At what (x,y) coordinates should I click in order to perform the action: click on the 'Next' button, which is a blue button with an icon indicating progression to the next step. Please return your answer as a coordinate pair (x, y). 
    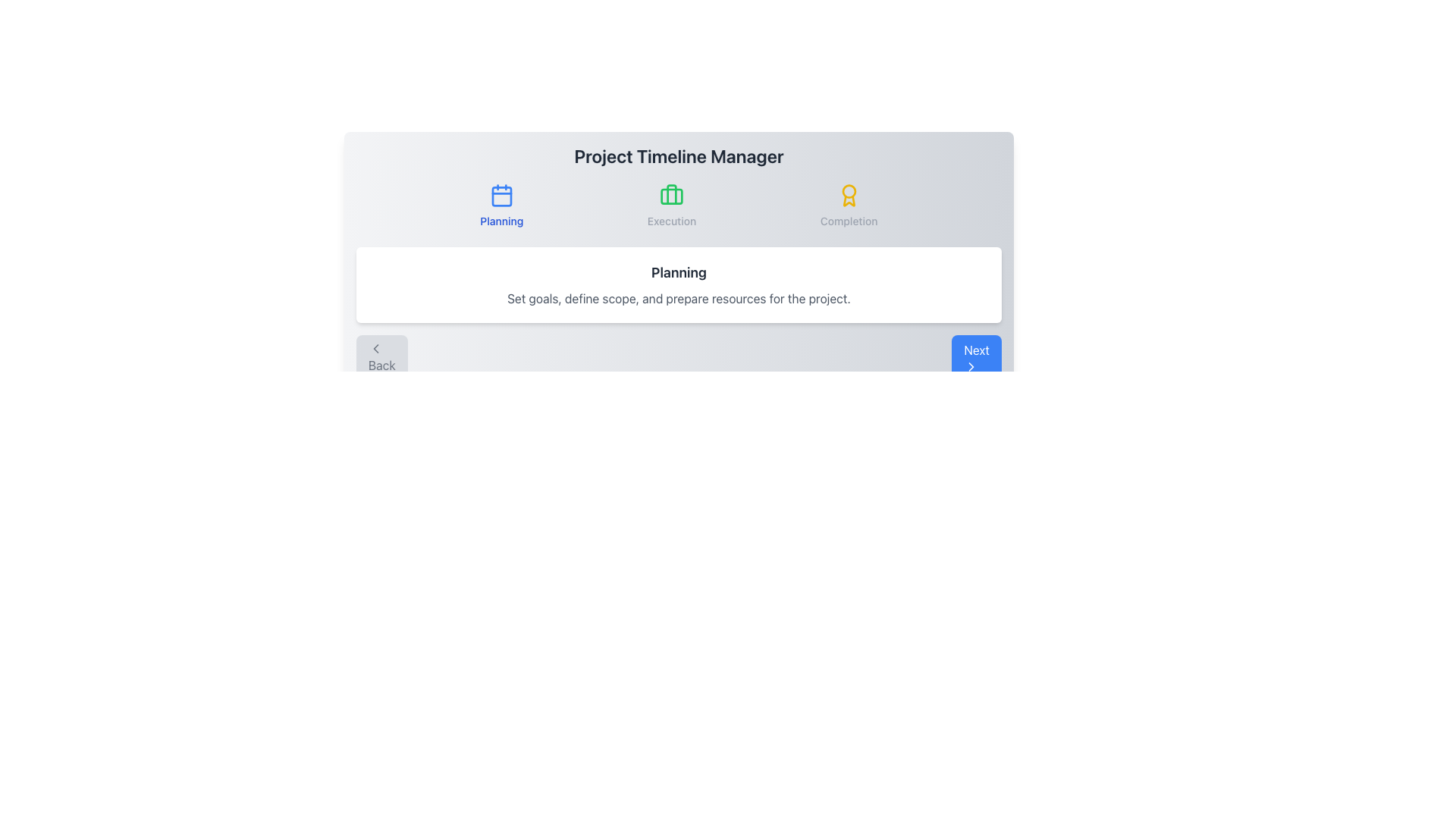
    Looking at the image, I should click on (971, 366).